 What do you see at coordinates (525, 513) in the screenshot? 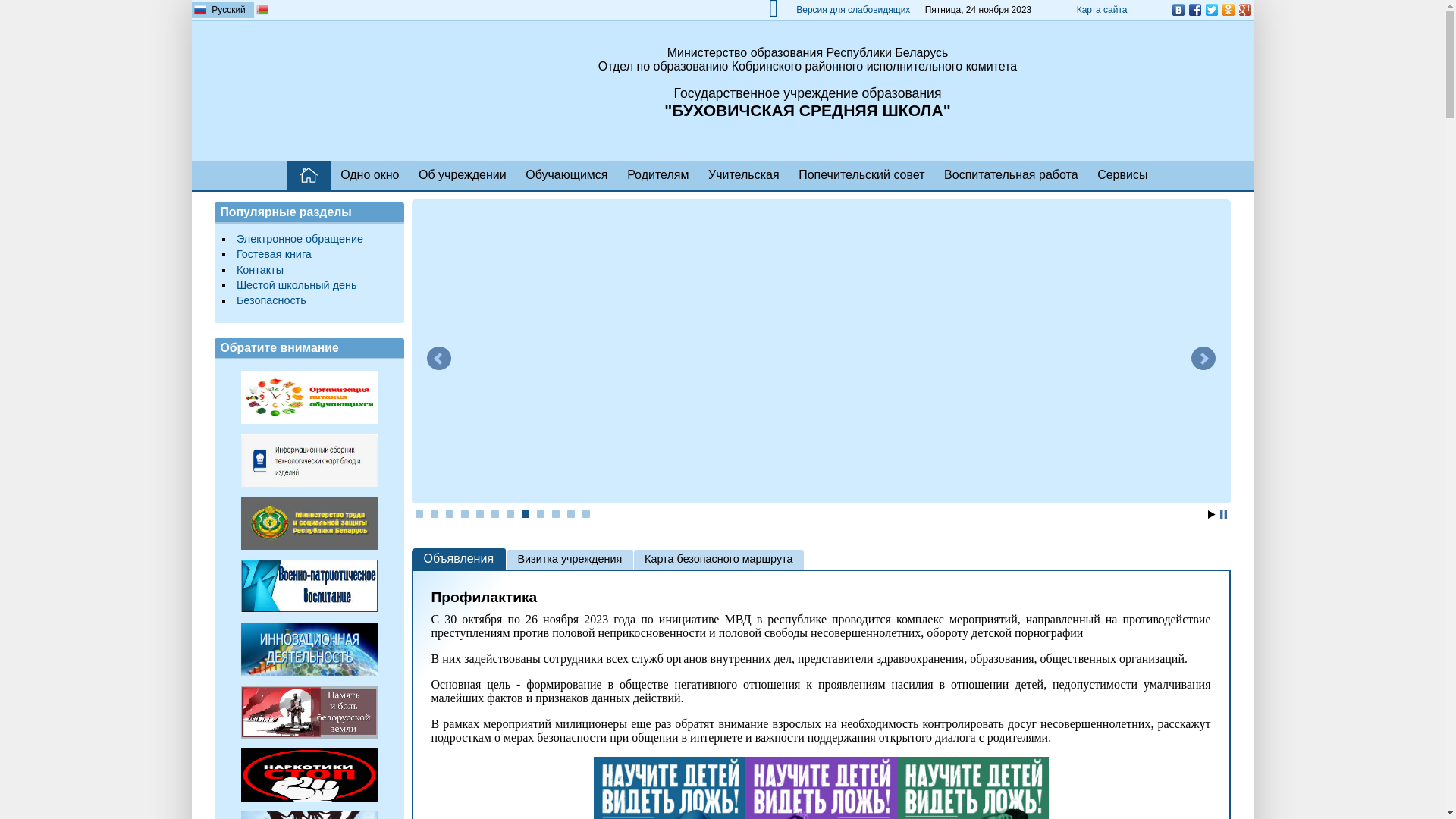
I see `'8'` at bounding box center [525, 513].